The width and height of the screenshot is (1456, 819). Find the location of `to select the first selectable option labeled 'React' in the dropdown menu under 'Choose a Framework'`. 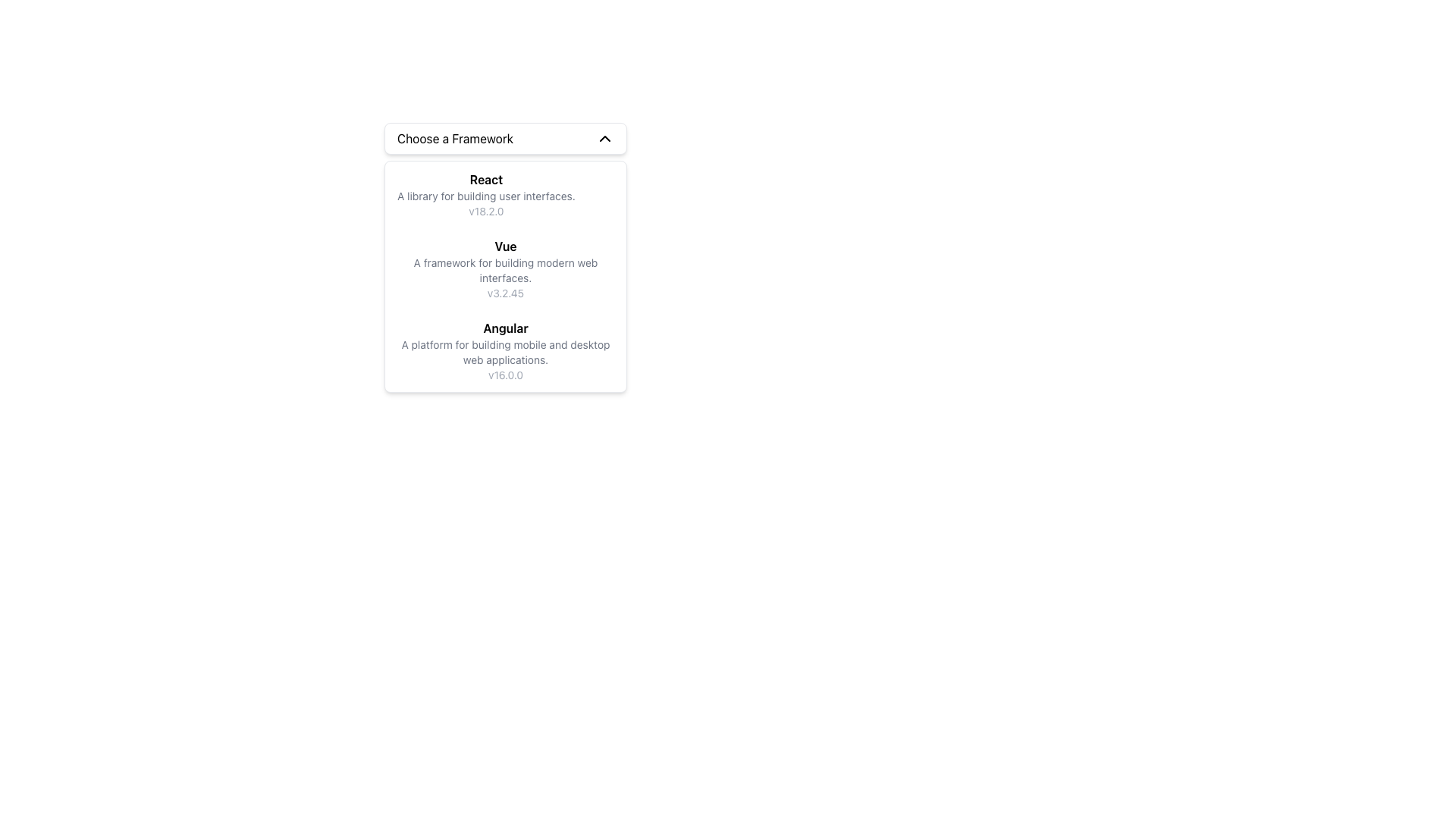

to select the first selectable option labeled 'React' in the dropdown menu under 'Choose a Framework' is located at coordinates (506, 194).